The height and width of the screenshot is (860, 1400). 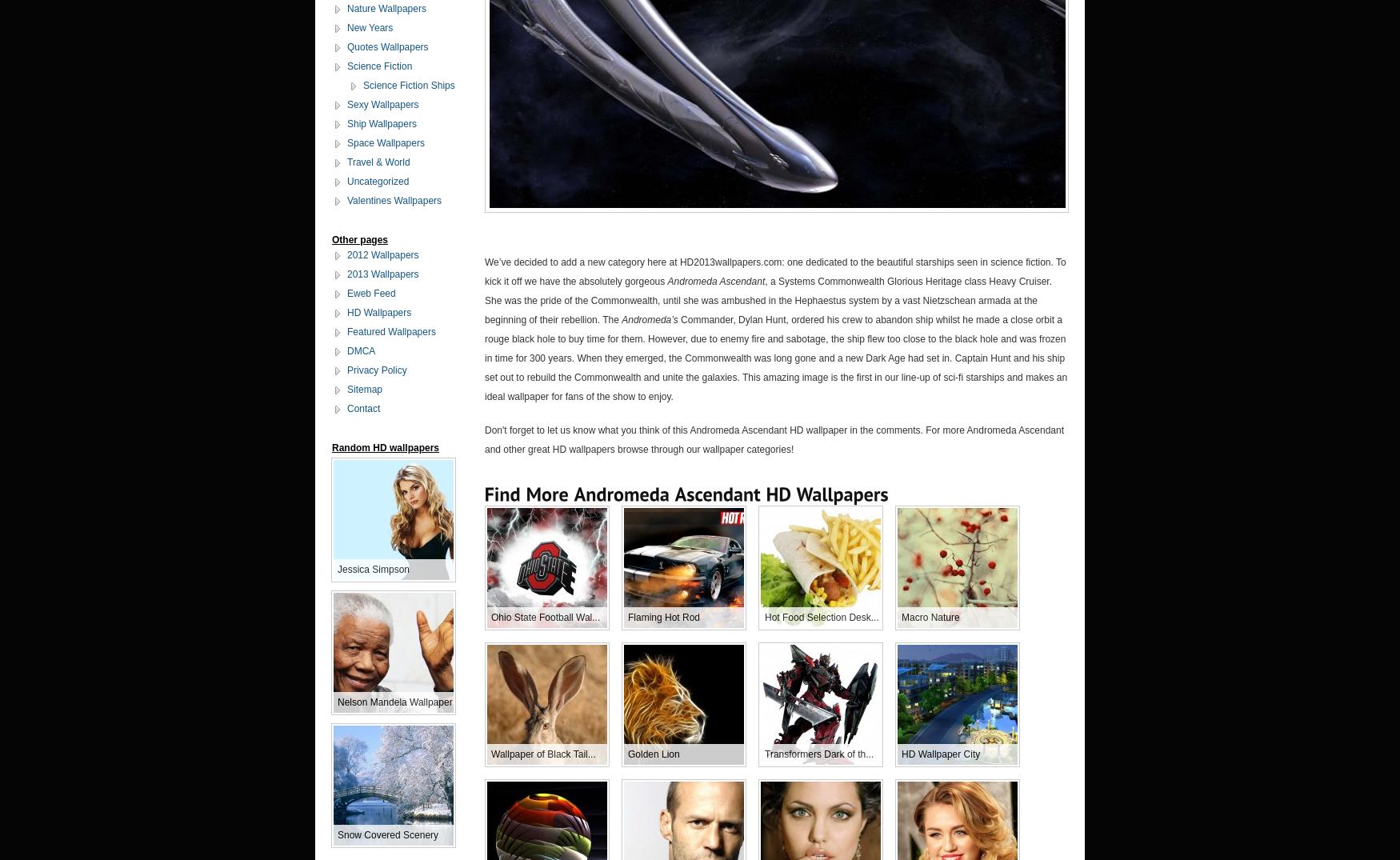 I want to click on 'Space Wallpapers', so click(x=385, y=142).